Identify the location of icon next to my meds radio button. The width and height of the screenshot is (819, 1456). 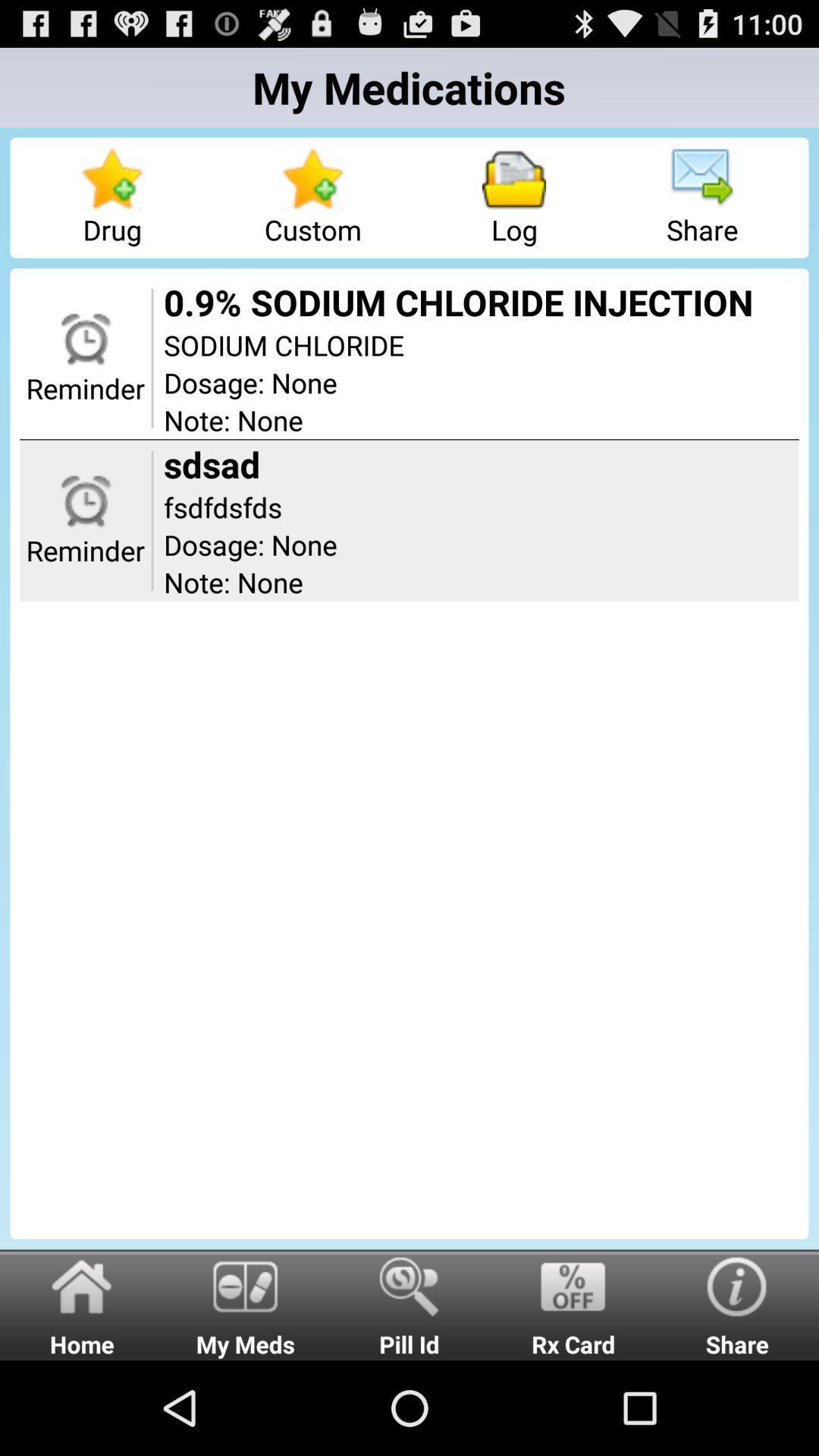
(409, 1304).